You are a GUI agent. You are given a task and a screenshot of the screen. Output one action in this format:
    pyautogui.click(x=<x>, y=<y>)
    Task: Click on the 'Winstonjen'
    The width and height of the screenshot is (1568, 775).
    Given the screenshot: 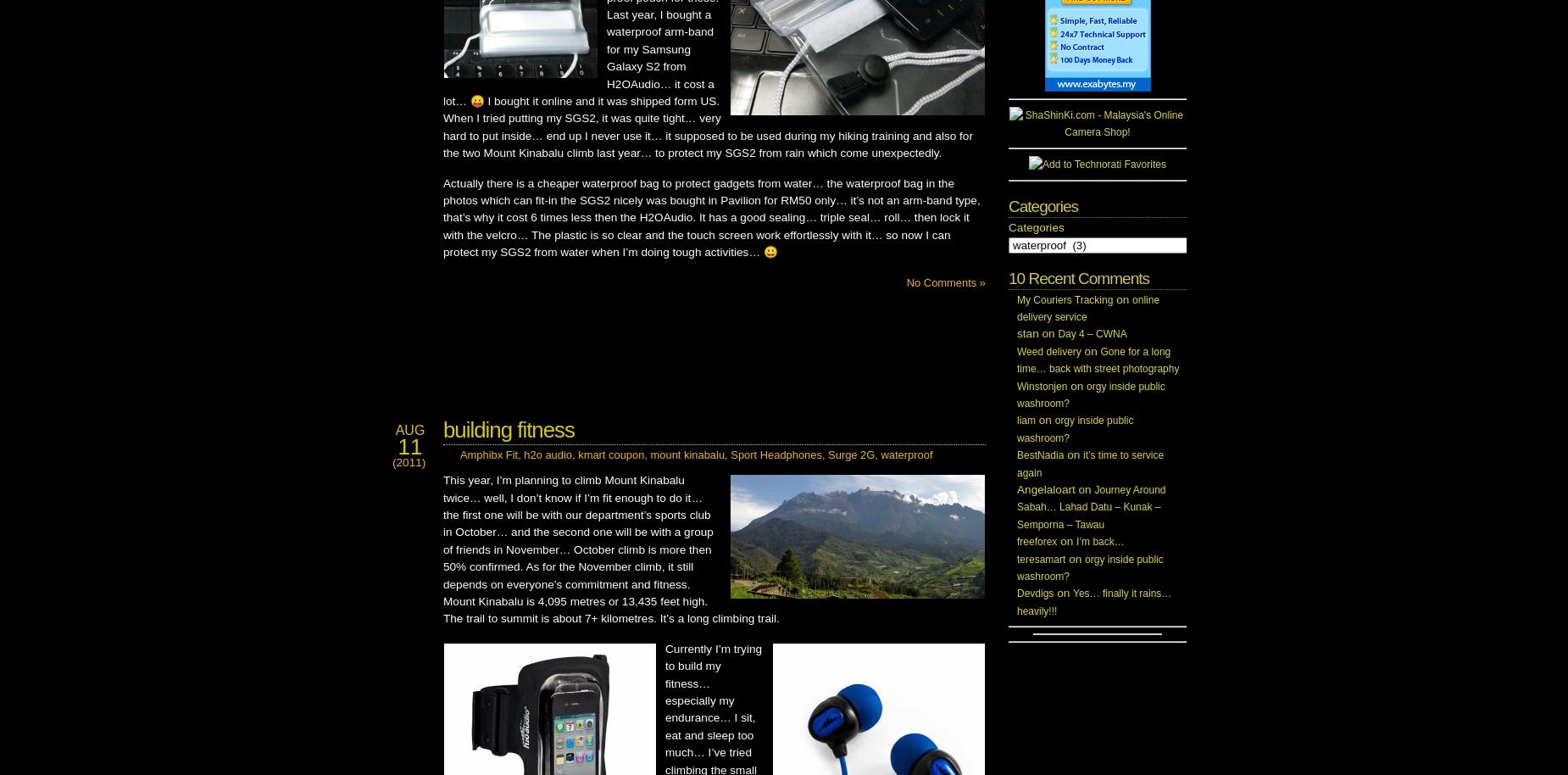 What is the action you would take?
    pyautogui.click(x=1041, y=384)
    